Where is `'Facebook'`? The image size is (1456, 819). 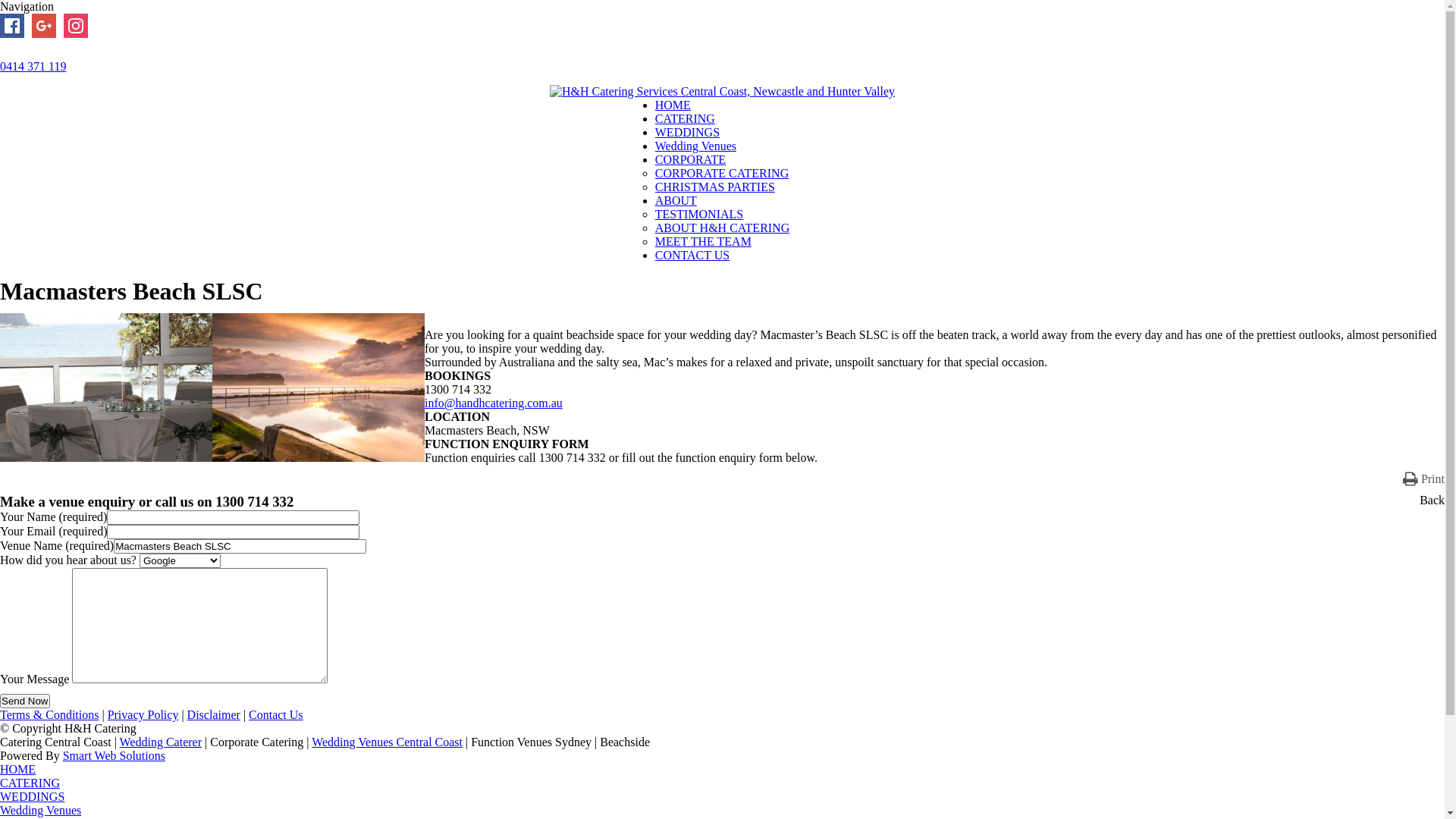
'Facebook' is located at coordinates (11, 26).